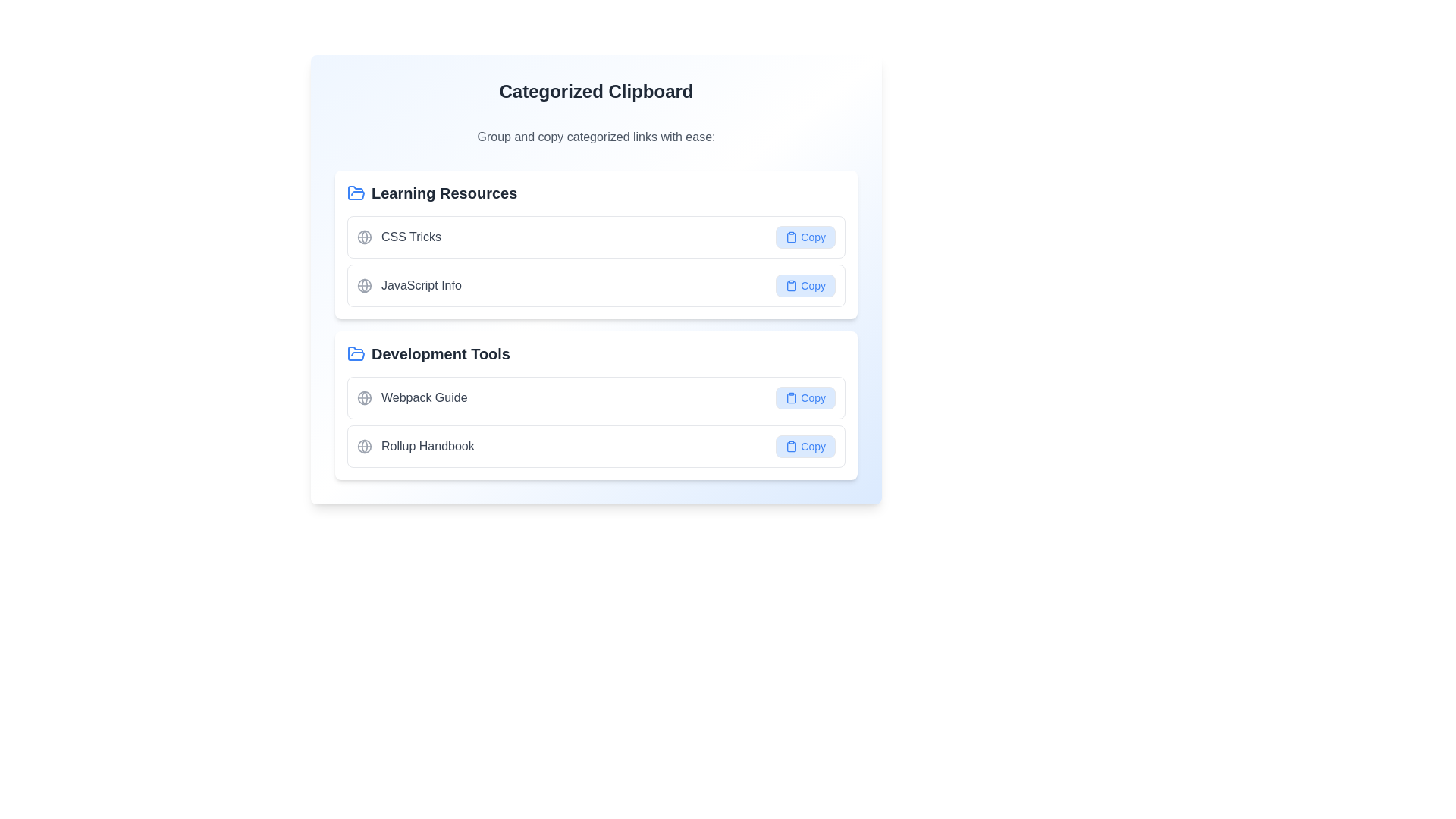  Describe the element at coordinates (805, 397) in the screenshot. I see `the 'Copy' button with rounded edges, light blue background, and clipboard icon located on the far right side of the third row labeled 'Development Tools' under 'Webpack Guide' to copy the content` at that location.